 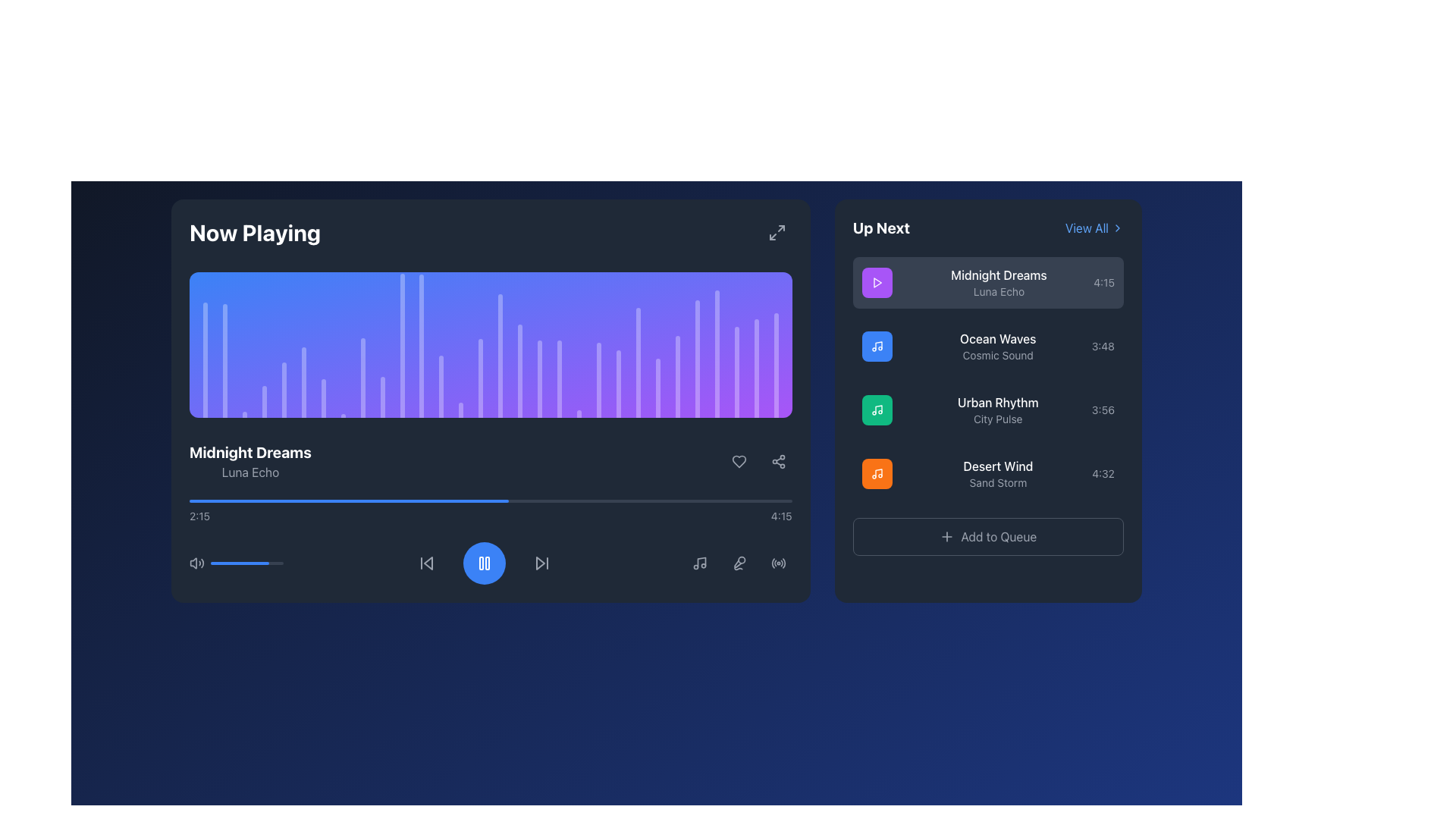 I want to click on the 18th vertical bar with a rounded top in the graph visualization, which has a light-colored translucent styling and is positioned near the middle of the sequence, so click(x=520, y=371).